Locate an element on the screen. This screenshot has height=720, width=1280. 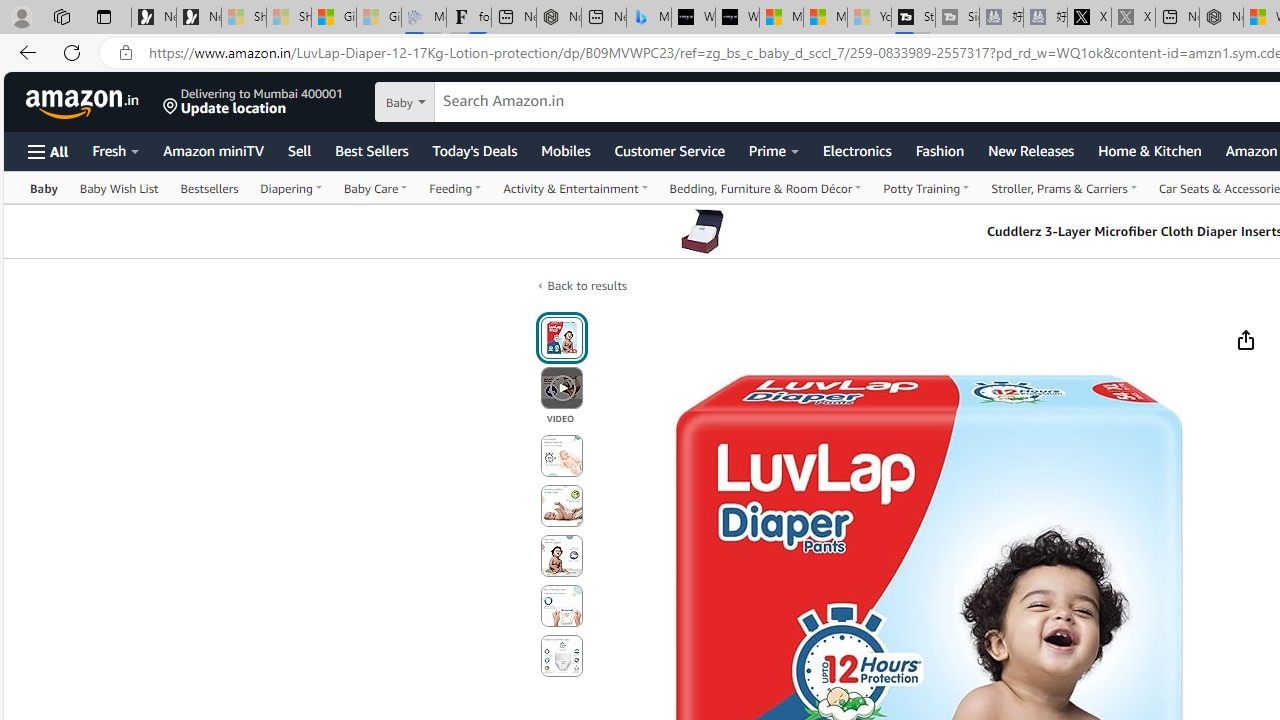
'Newsletter Sign Up' is located at coordinates (199, 17).